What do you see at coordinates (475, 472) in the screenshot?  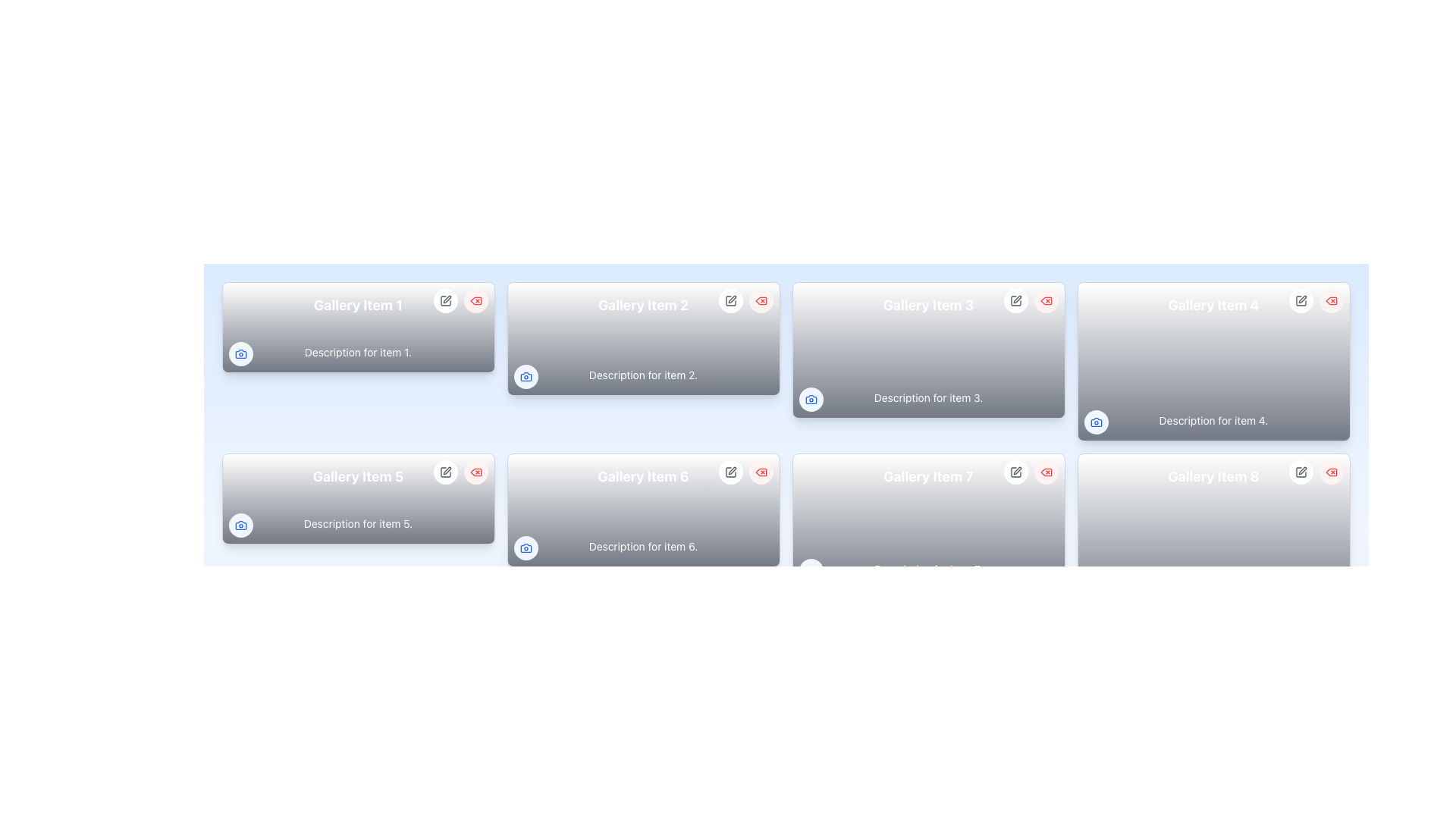 I see `the delete icon located at the top-right corner of the gallery item card` at bounding box center [475, 472].